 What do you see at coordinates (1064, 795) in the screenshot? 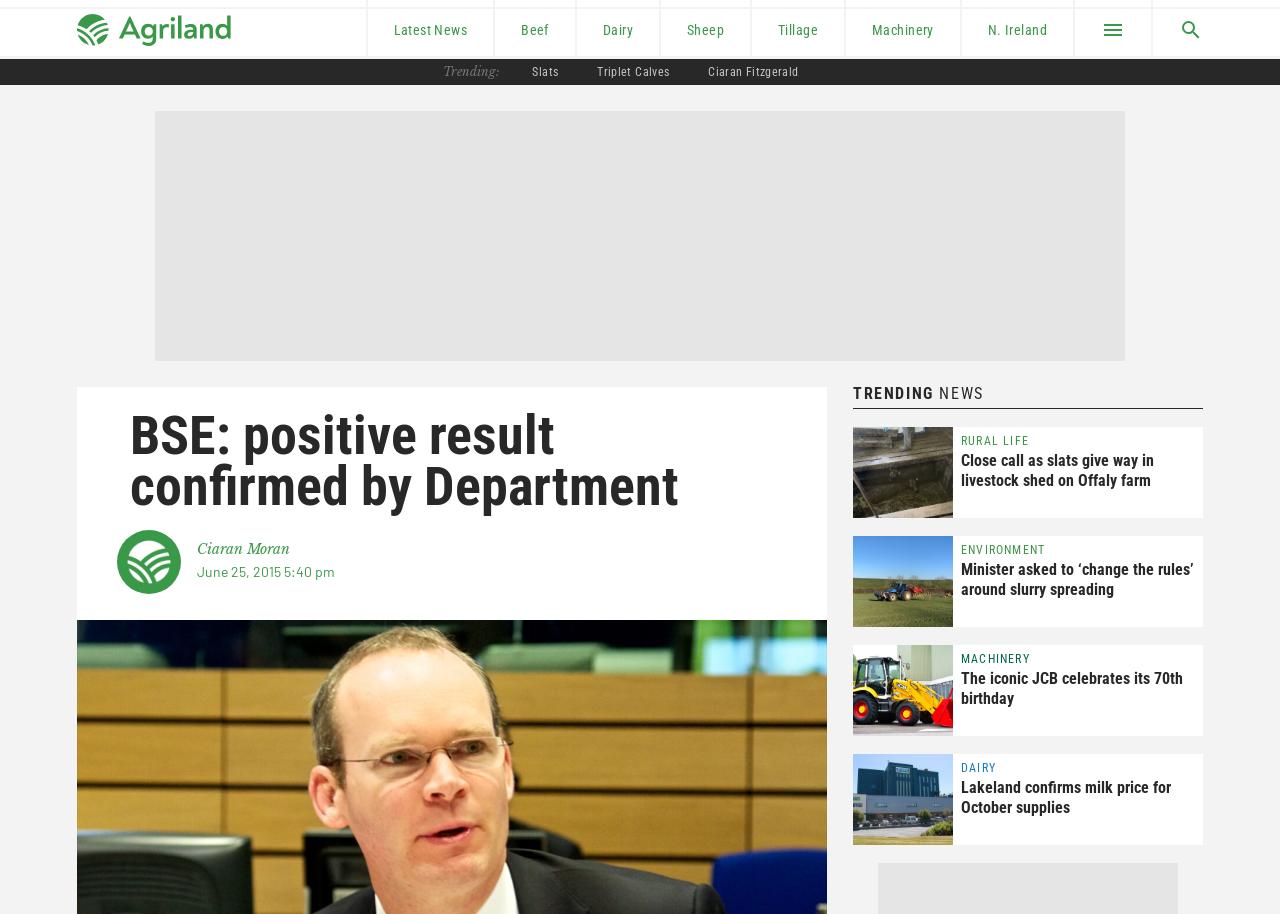
I see `'Lakeland confirms milk price for October supplies'` at bounding box center [1064, 795].